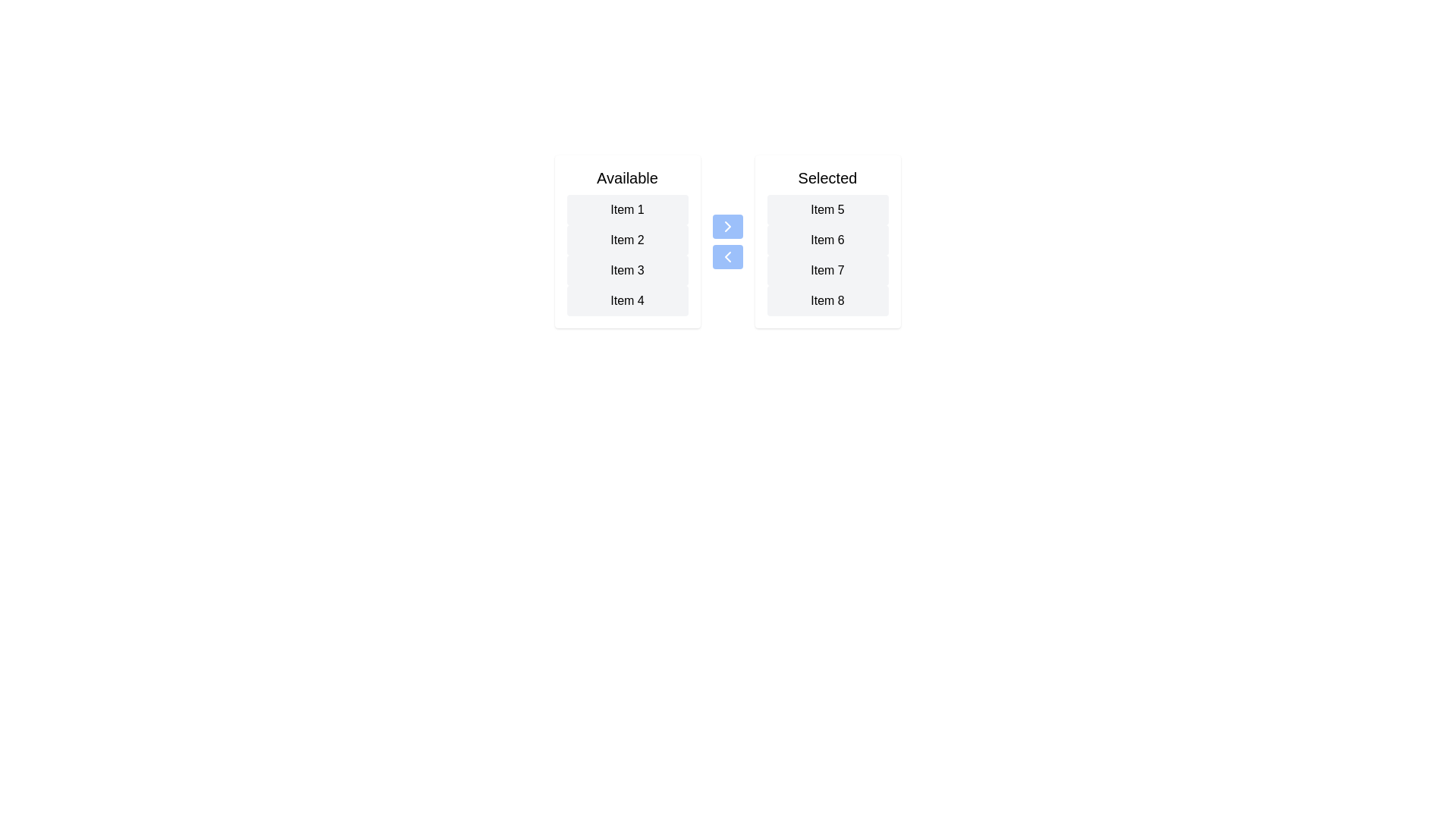  I want to click on text label 'Selected' located at the top center of the right-hand column, above a list of selectable items, so click(827, 177).